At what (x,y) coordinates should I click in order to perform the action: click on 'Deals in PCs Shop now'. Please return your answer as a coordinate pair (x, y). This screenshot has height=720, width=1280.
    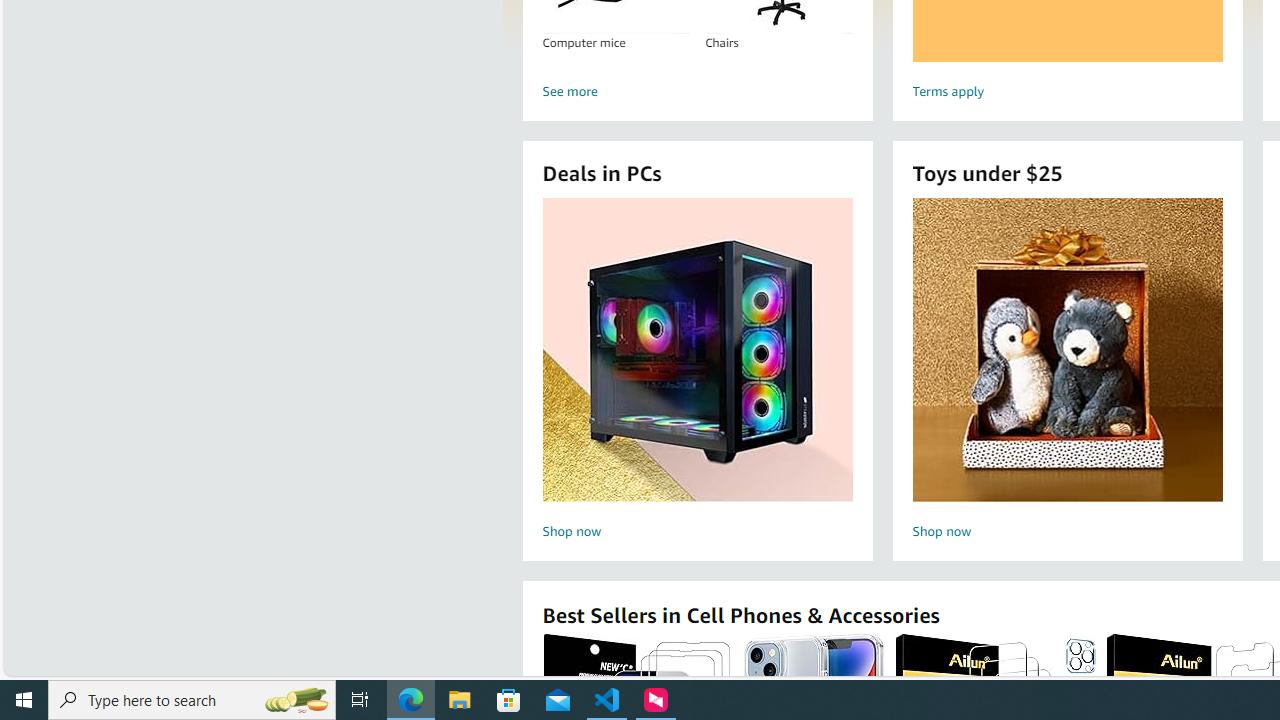
    Looking at the image, I should click on (697, 371).